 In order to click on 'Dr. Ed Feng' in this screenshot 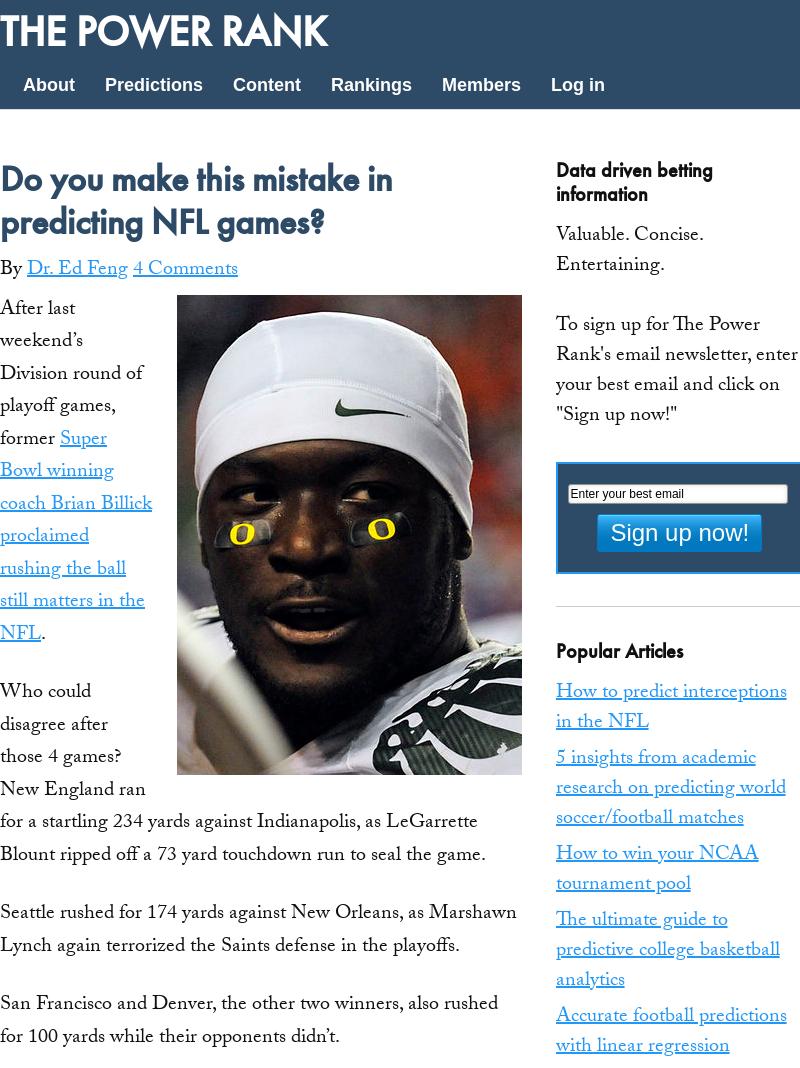, I will do `click(77, 268)`.